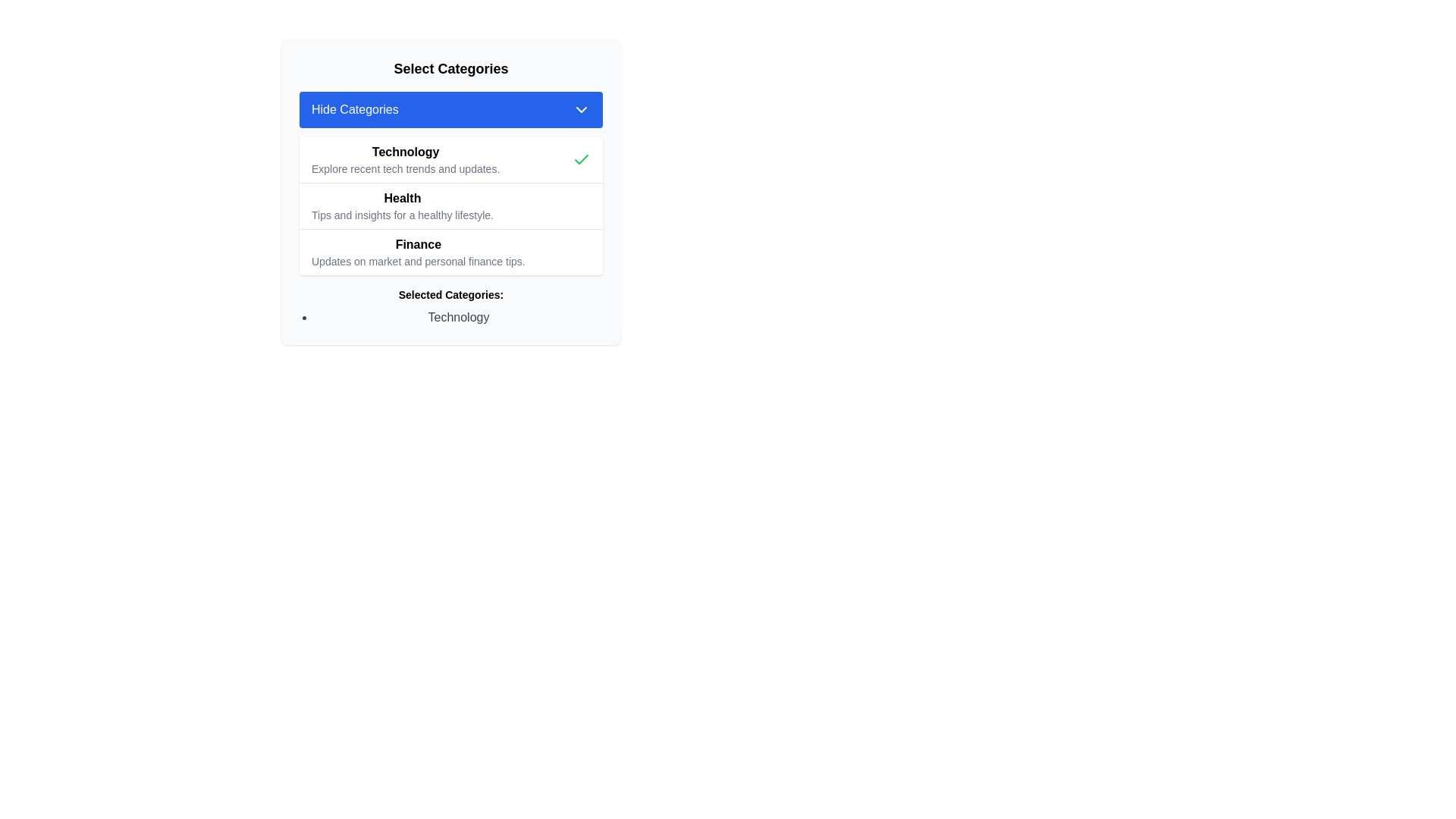 This screenshot has height=819, width=1456. I want to click on the 'Finance' text label, which serves as the category header for financial updates and tips located under the 'Health' section in the 'Select Categories' panel, so click(418, 244).